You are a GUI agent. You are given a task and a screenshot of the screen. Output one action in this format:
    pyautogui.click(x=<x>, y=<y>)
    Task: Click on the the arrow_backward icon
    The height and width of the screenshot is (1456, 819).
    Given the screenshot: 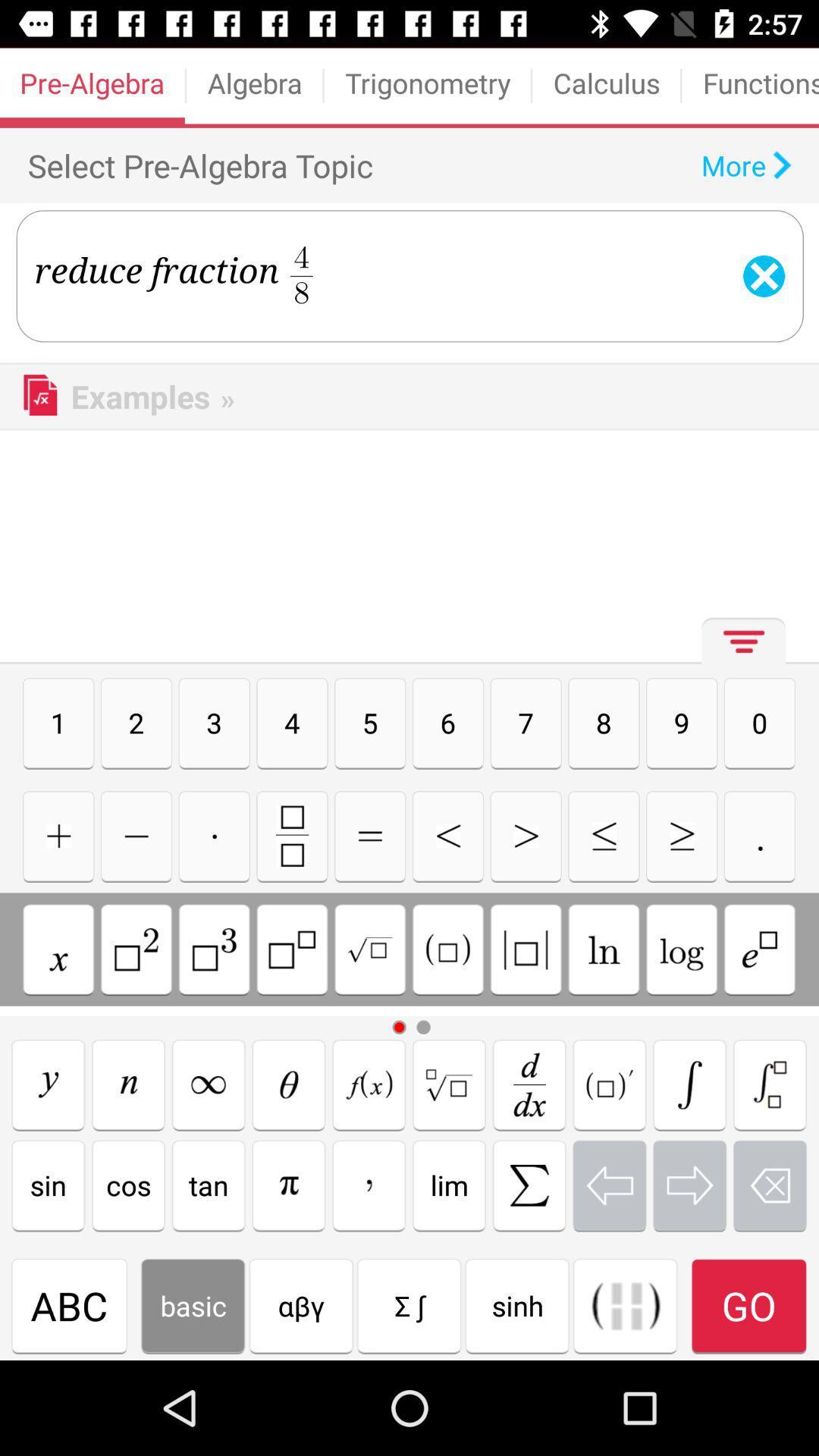 What is the action you would take?
    pyautogui.click(x=447, y=835)
    